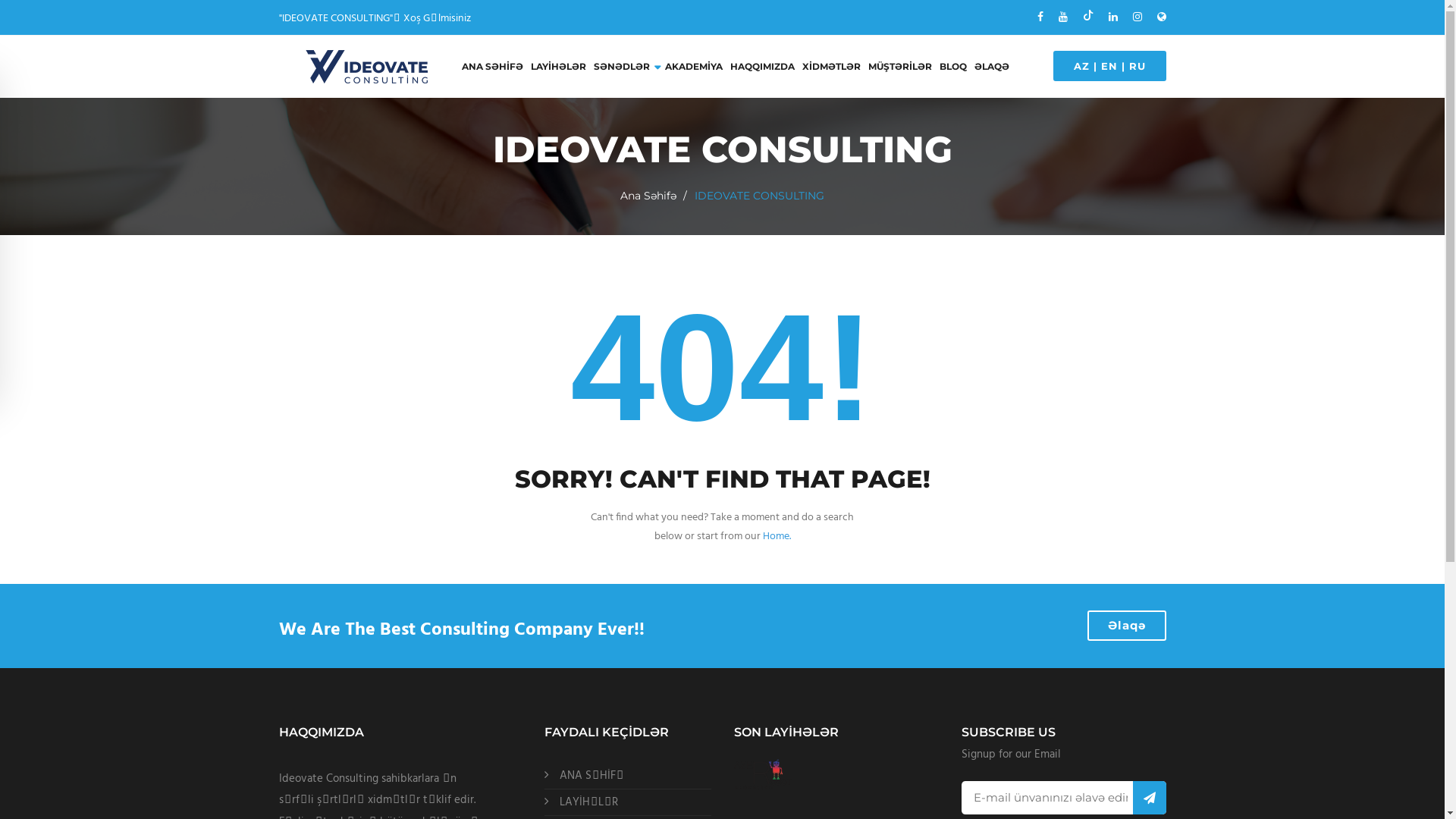 This screenshot has width=1456, height=819. I want to click on 'Home.', so click(777, 535).